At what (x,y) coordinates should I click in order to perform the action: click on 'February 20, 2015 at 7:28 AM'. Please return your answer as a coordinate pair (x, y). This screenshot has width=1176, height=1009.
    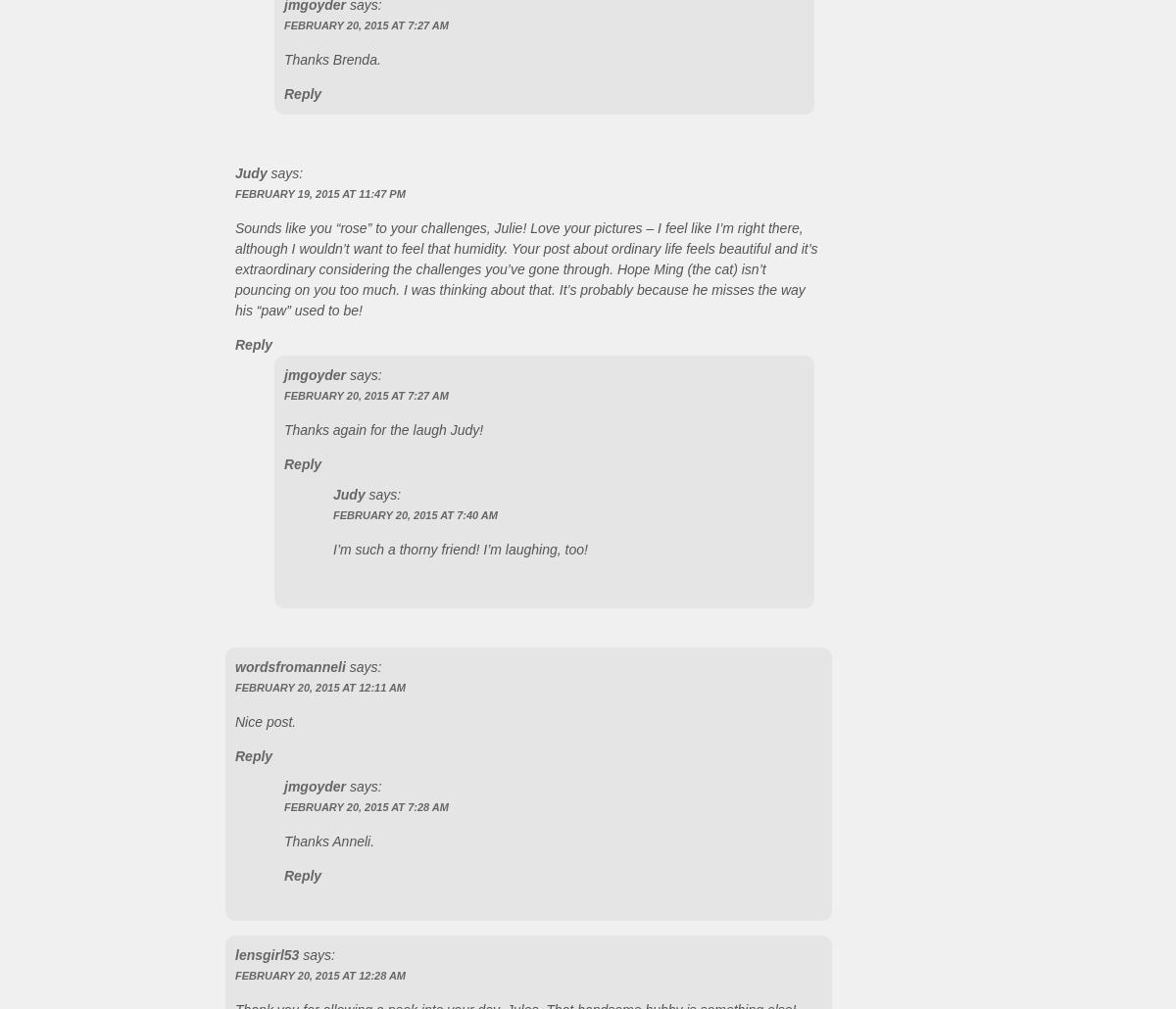
    Looking at the image, I should click on (283, 804).